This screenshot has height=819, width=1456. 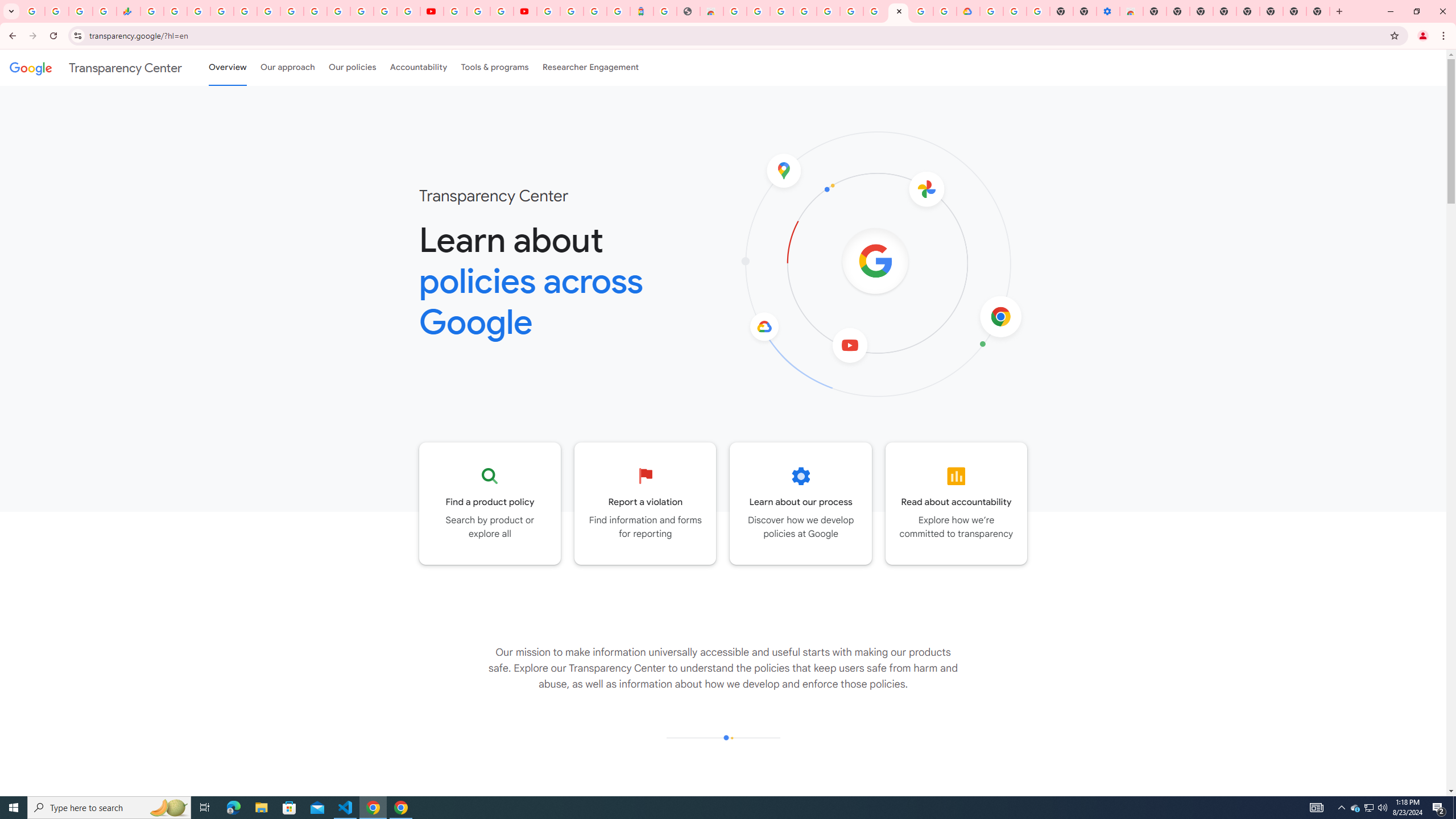 What do you see at coordinates (1444, 35) in the screenshot?
I see `'Chrome'` at bounding box center [1444, 35].